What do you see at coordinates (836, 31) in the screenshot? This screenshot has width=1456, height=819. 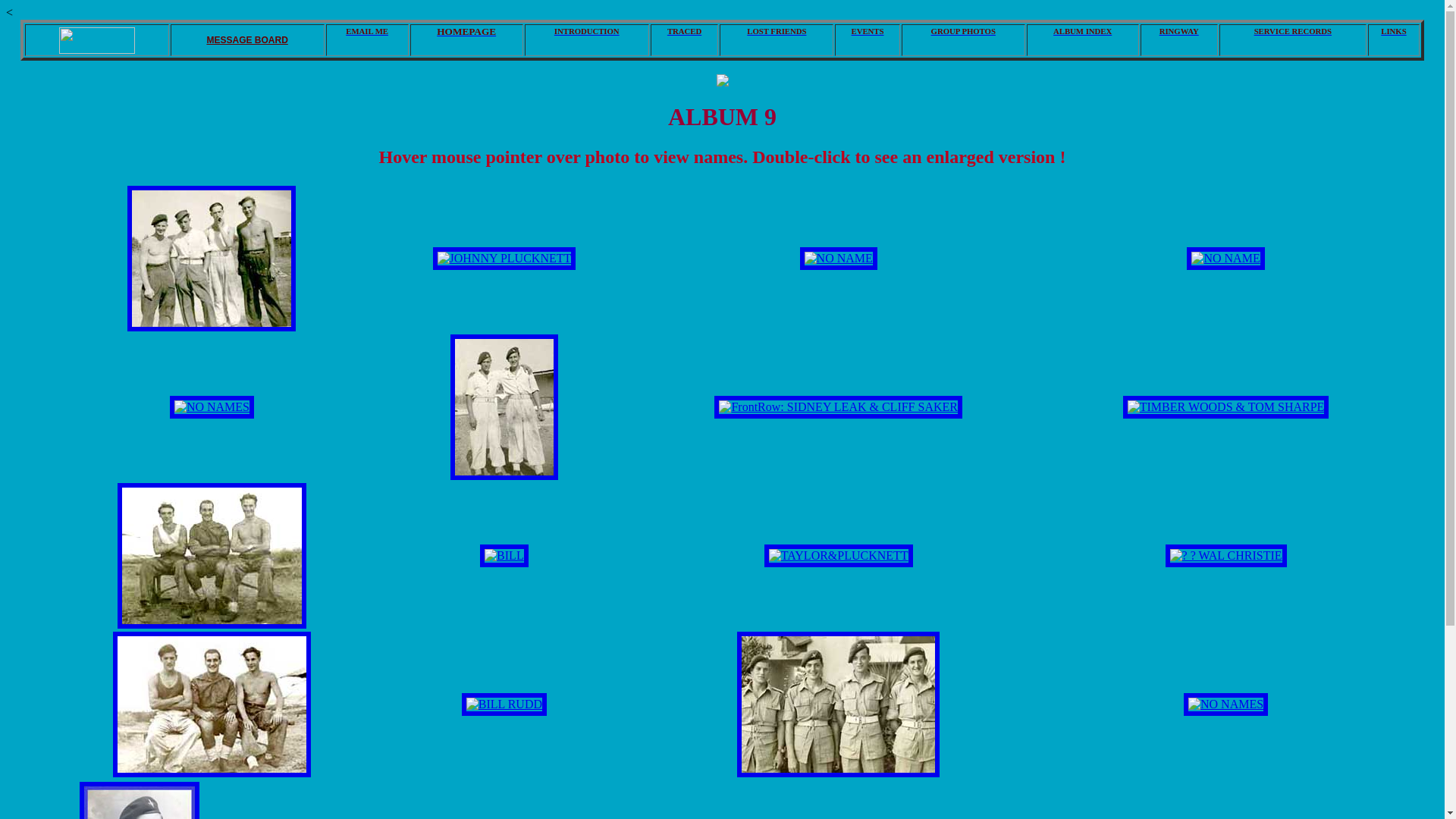 I see `'EVENTS'` at bounding box center [836, 31].